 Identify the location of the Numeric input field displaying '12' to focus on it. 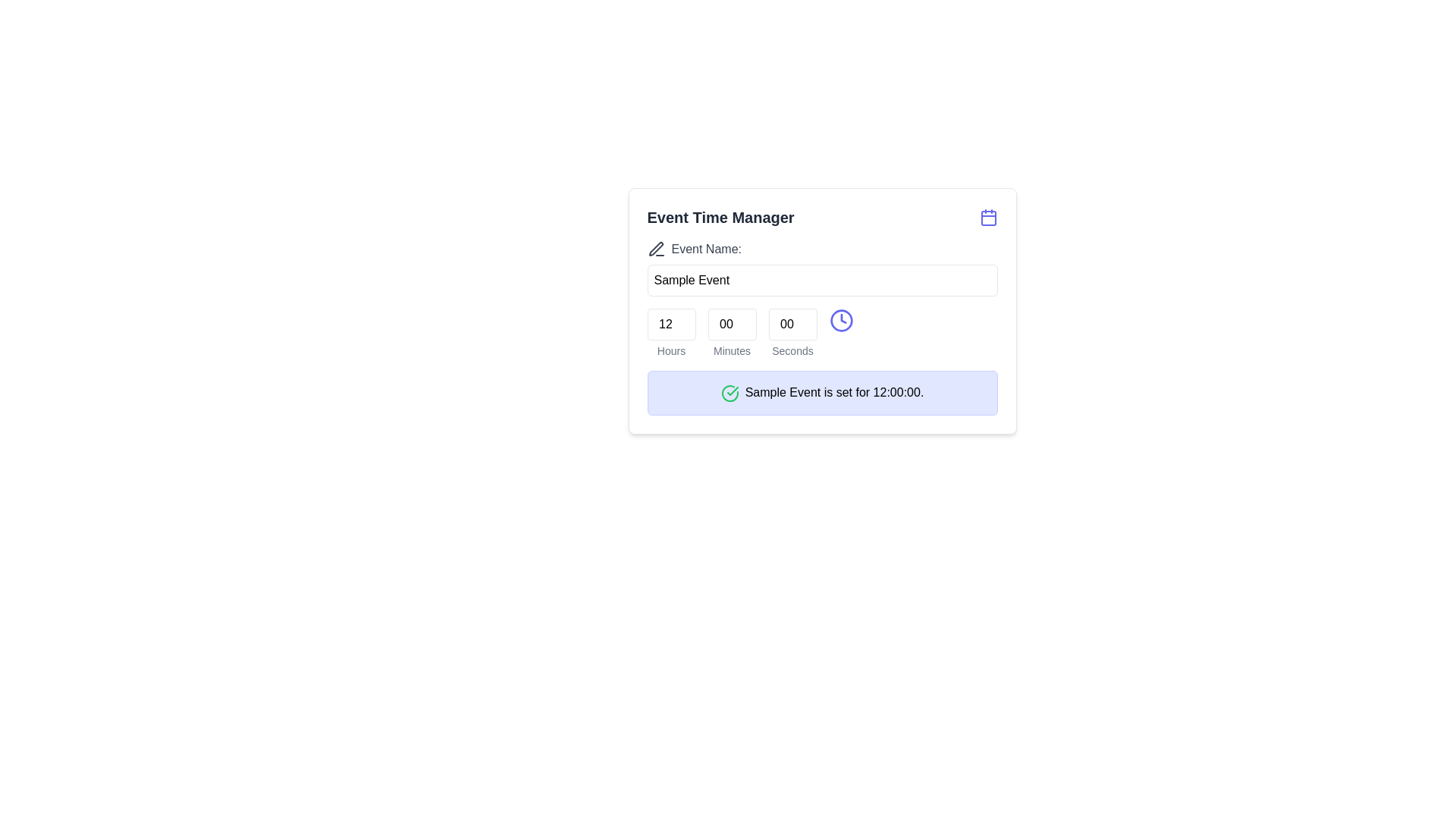
(670, 324).